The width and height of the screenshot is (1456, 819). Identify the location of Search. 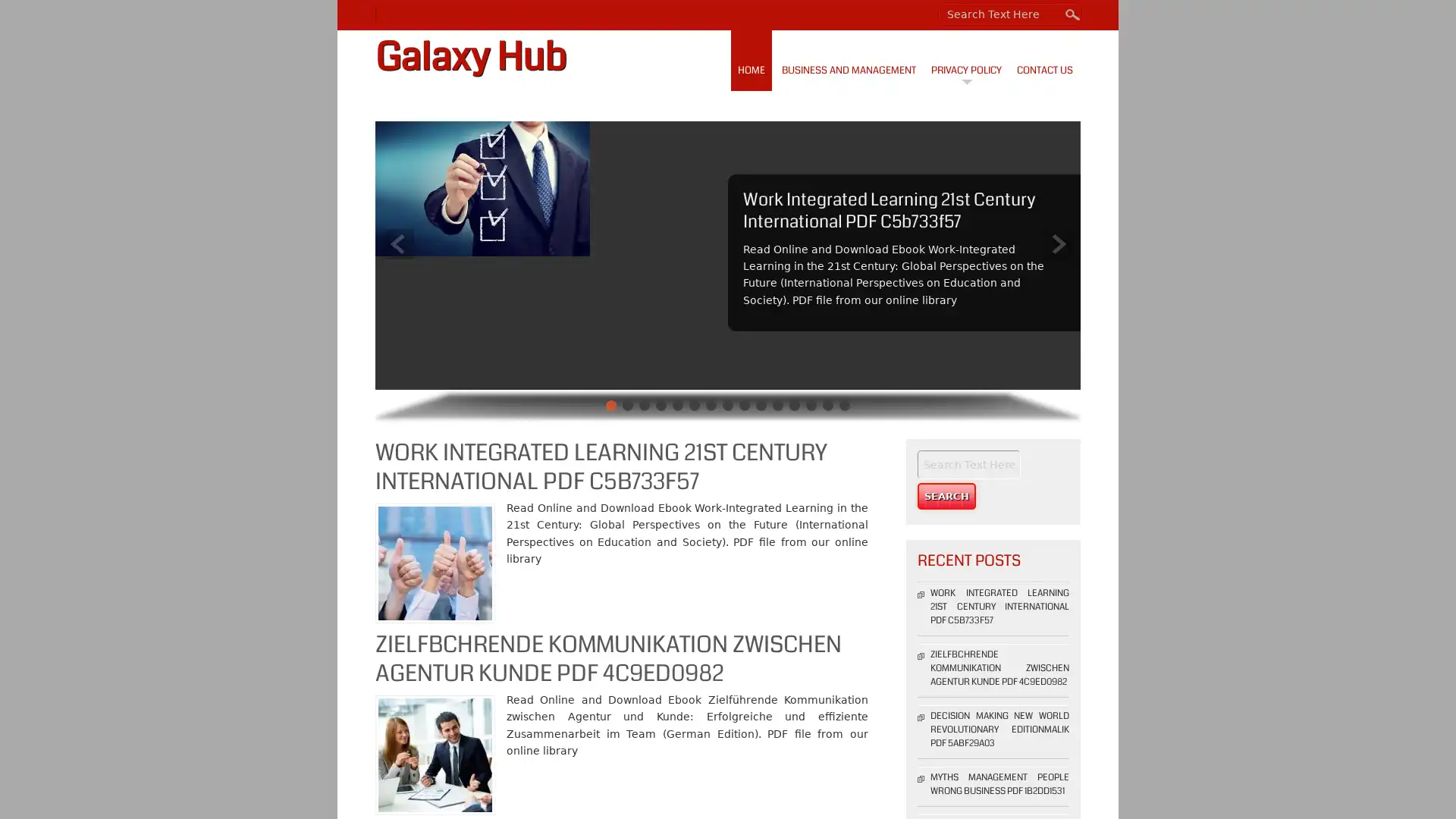
(946, 496).